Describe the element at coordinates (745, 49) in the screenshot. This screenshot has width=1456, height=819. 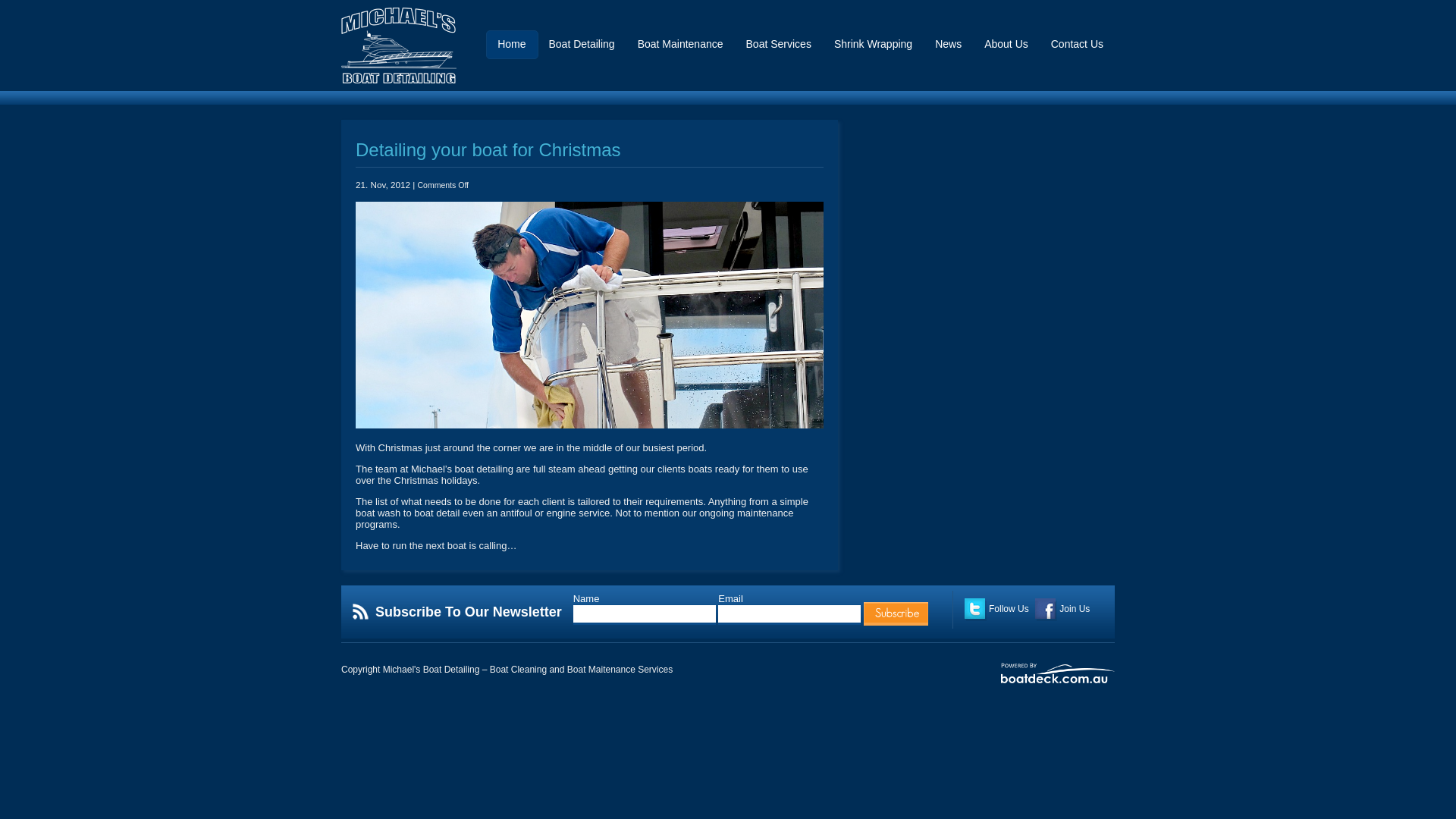
I see `'Boat Services'` at that location.